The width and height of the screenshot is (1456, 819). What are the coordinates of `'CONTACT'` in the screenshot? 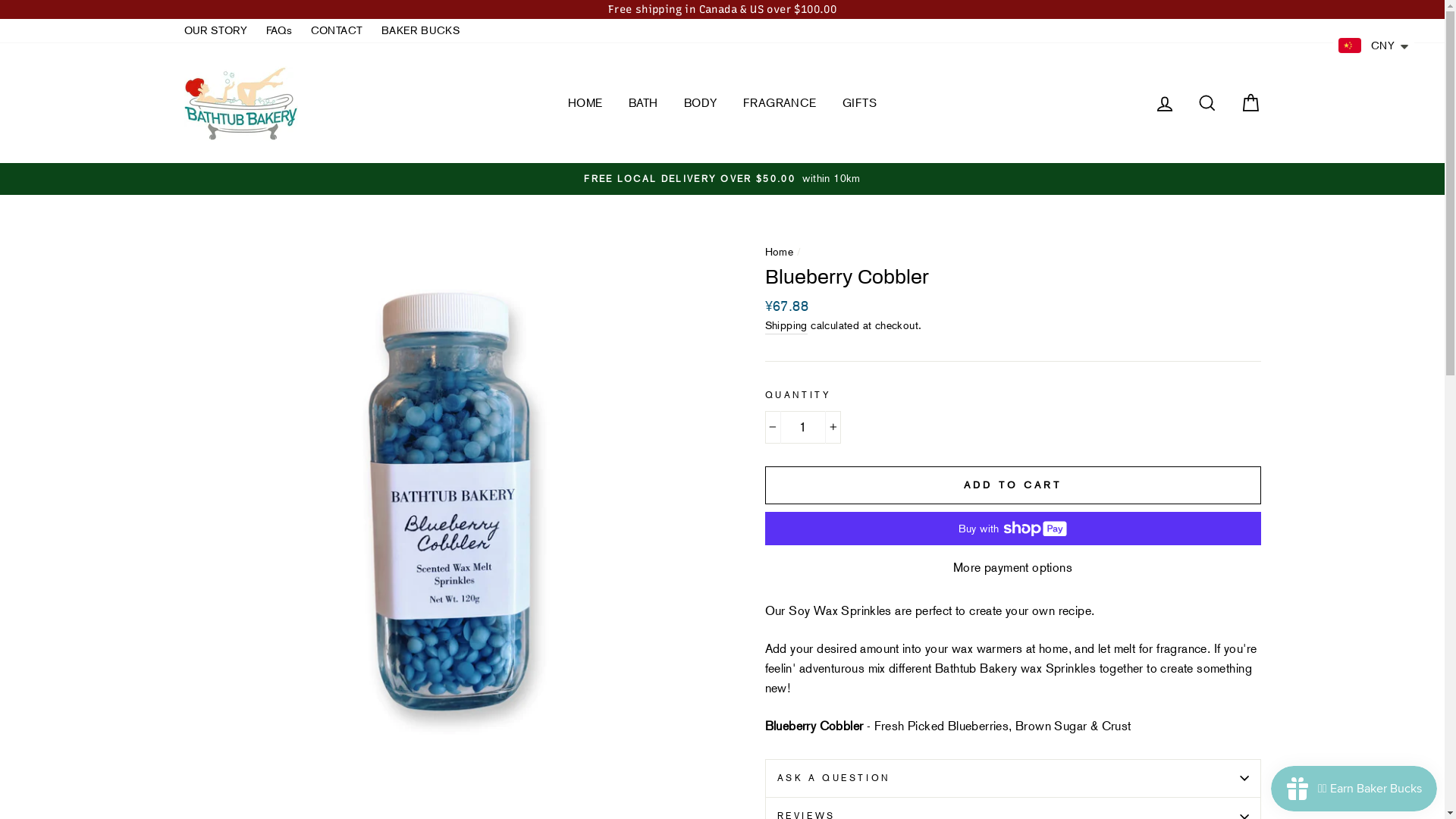 It's located at (336, 31).